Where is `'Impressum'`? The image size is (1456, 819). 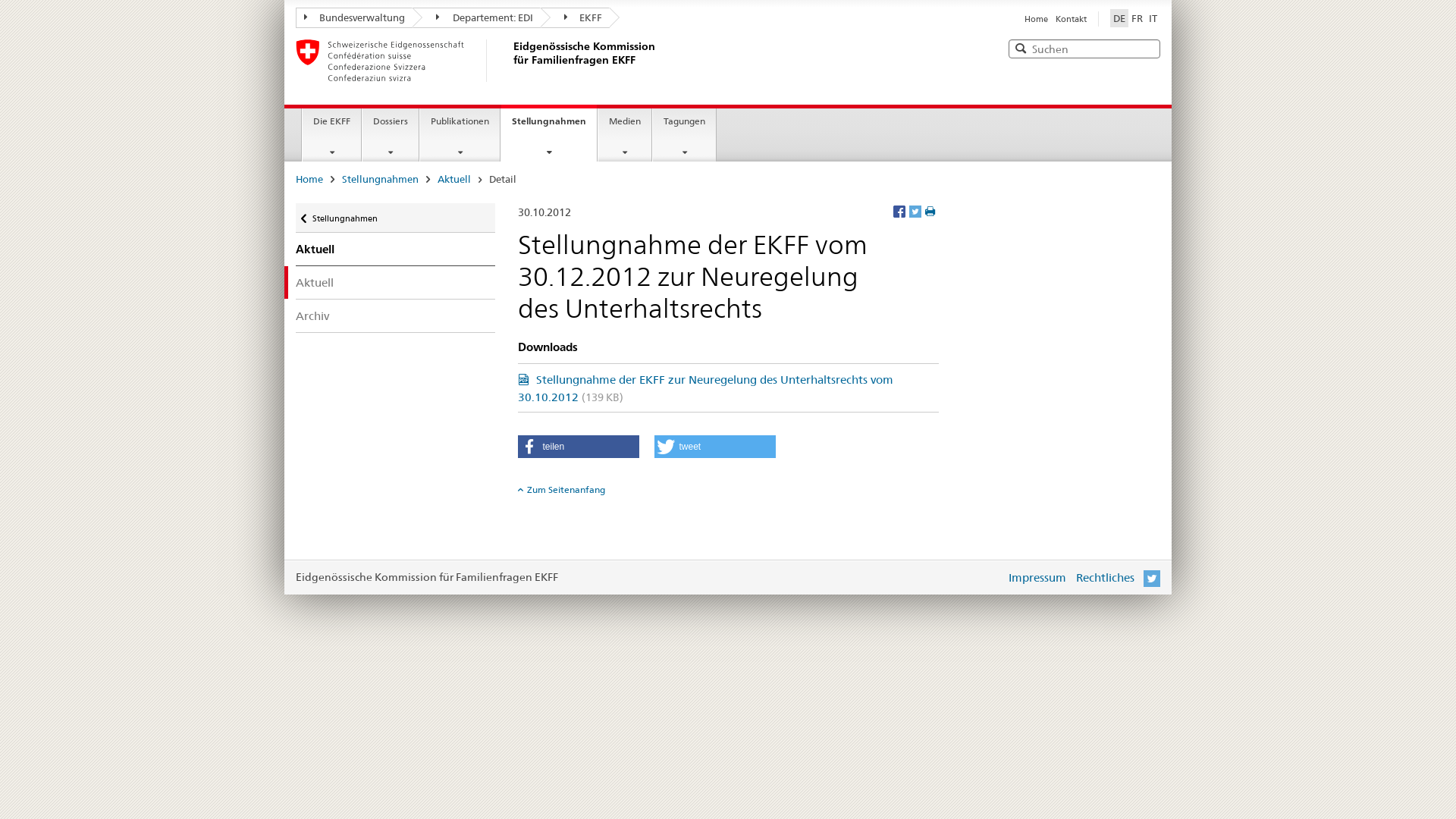 'Impressum' is located at coordinates (1037, 577).